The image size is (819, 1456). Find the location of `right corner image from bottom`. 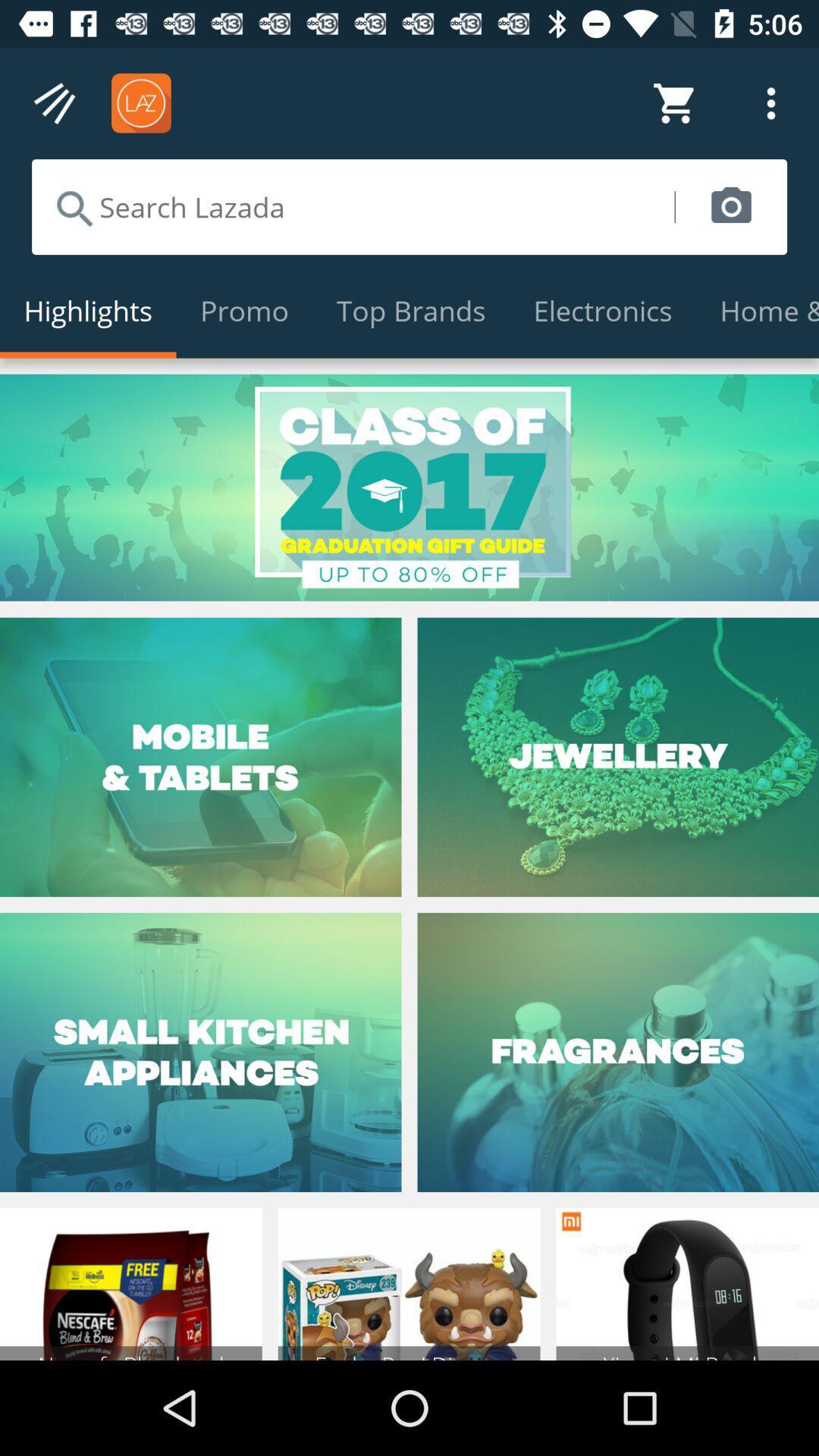

right corner image from bottom is located at coordinates (687, 1283).